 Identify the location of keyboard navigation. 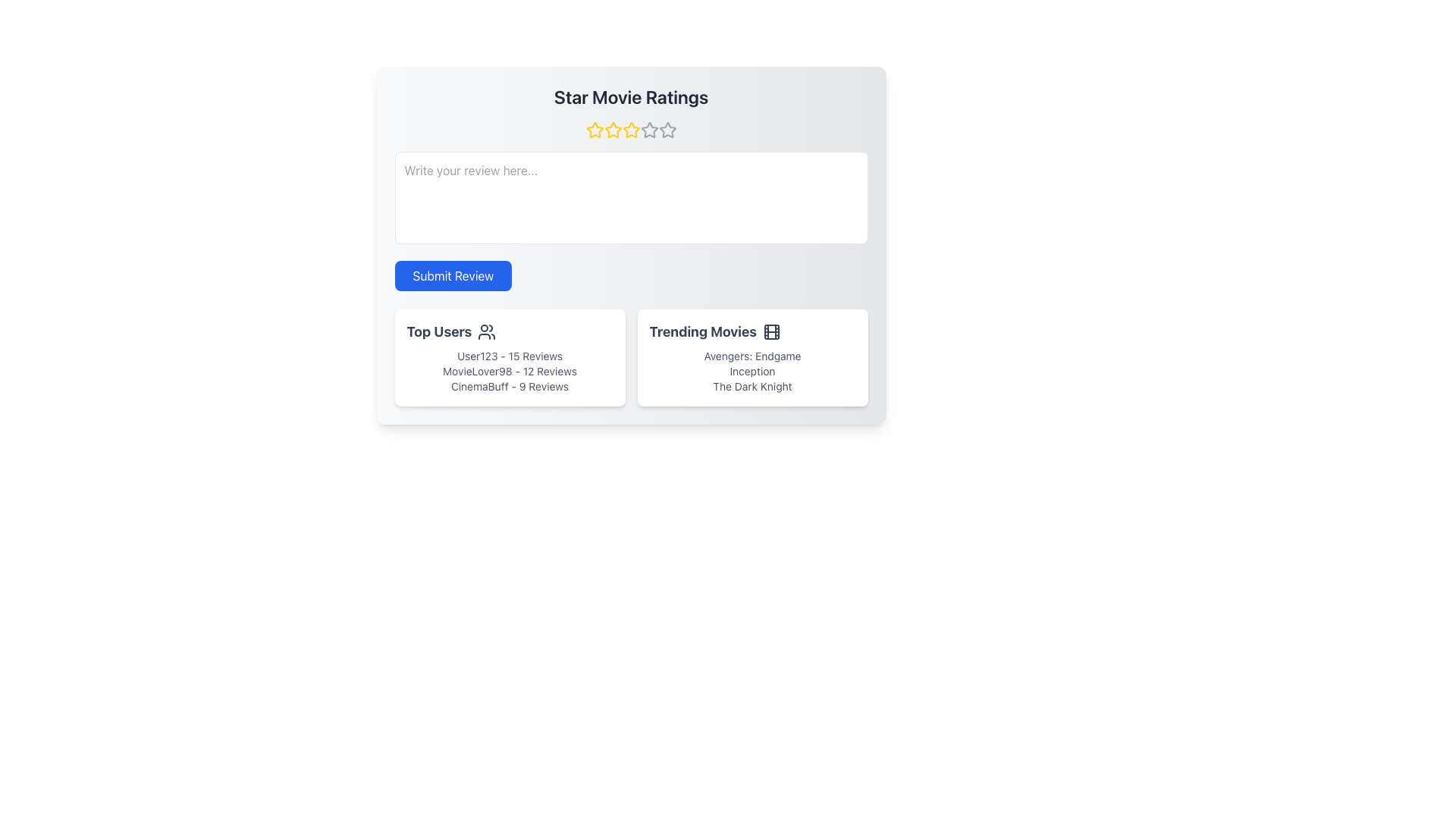
(667, 129).